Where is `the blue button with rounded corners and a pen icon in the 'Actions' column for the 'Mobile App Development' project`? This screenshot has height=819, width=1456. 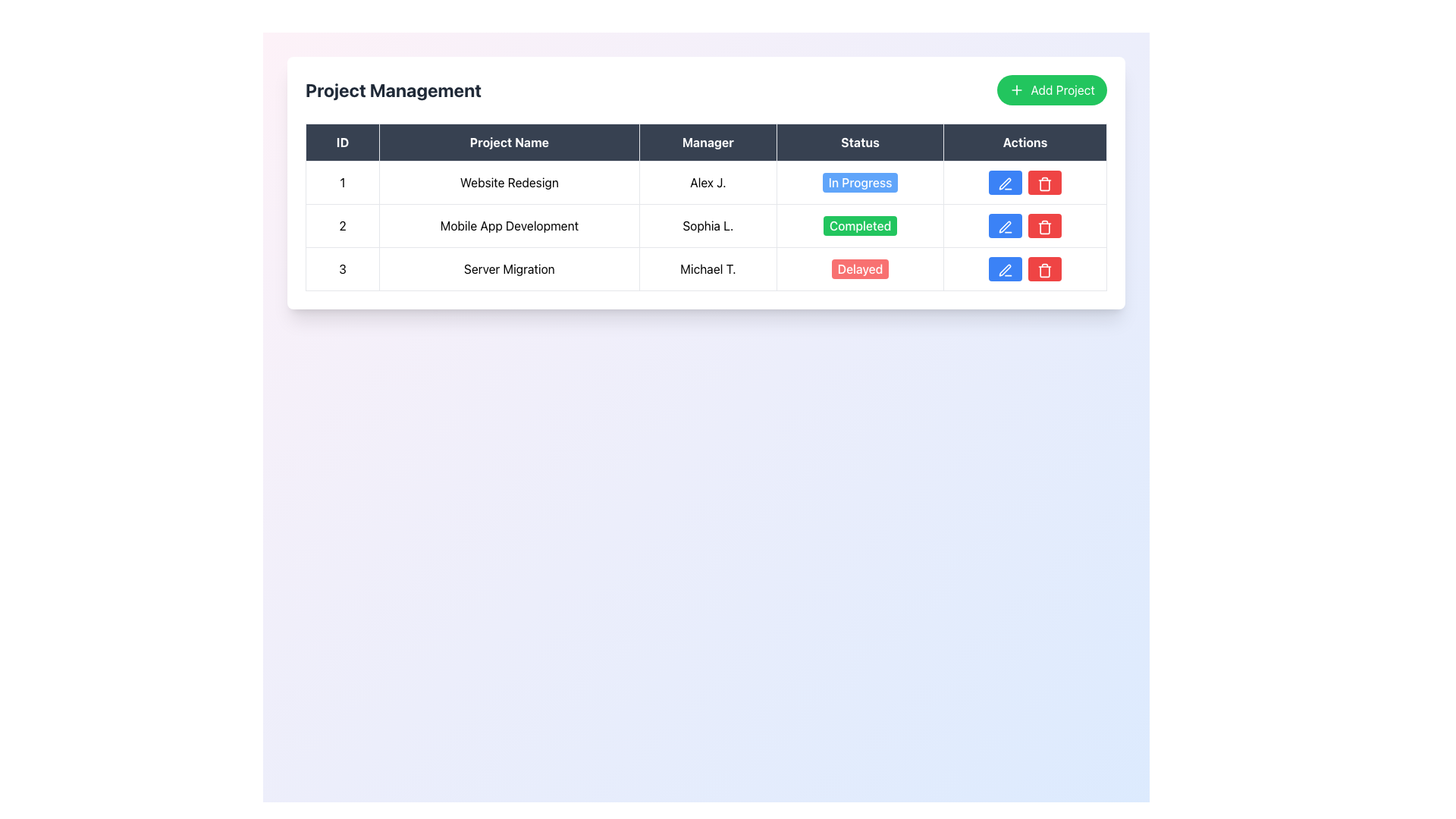 the blue button with rounded corners and a pen icon in the 'Actions' column for the 'Mobile App Development' project is located at coordinates (1006, 225).